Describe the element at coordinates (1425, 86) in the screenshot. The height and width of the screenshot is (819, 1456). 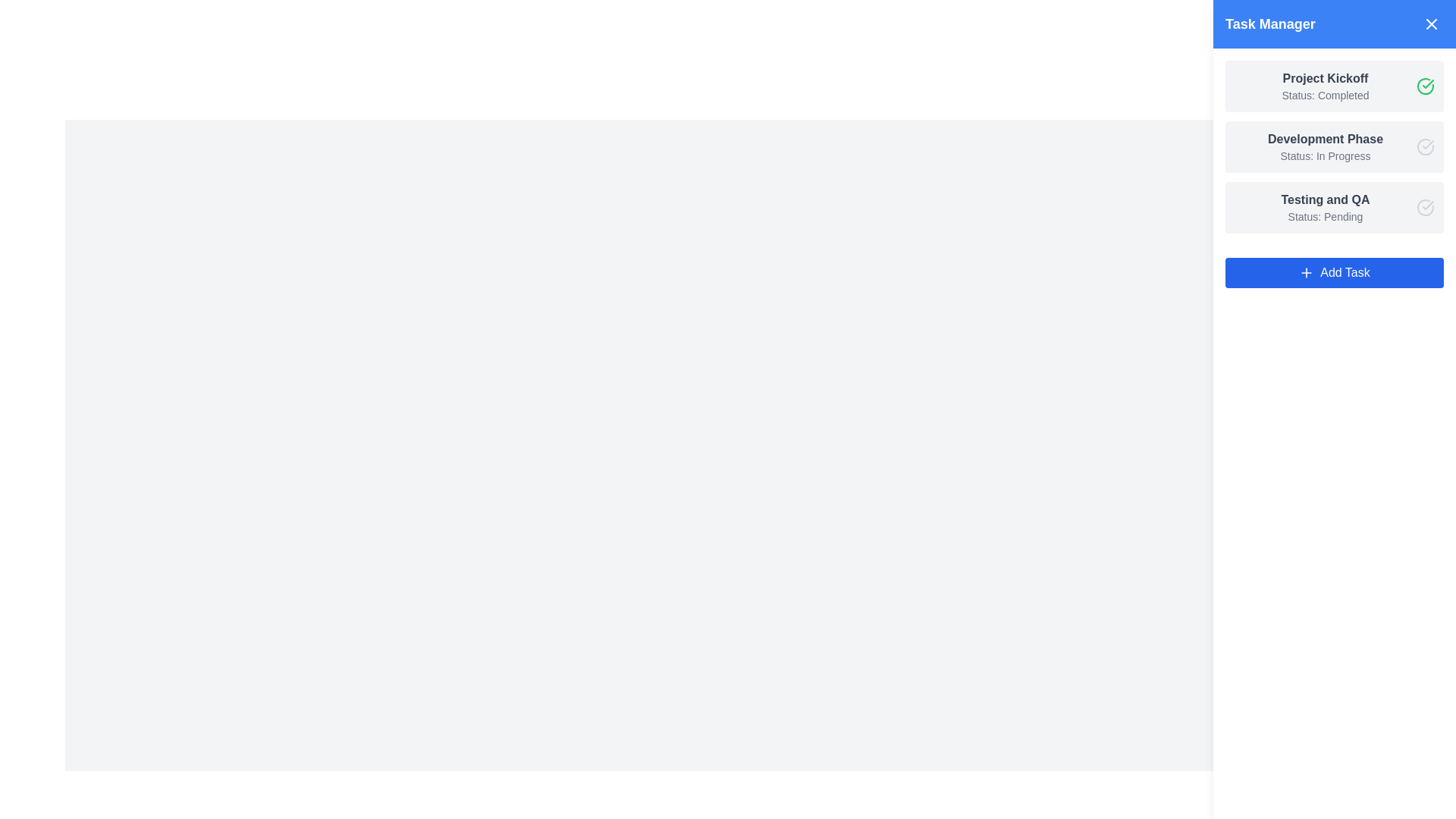
I see `the green arc of the checkmark icon next to the 'Project Kickoff' task in the task management interface` at that location.